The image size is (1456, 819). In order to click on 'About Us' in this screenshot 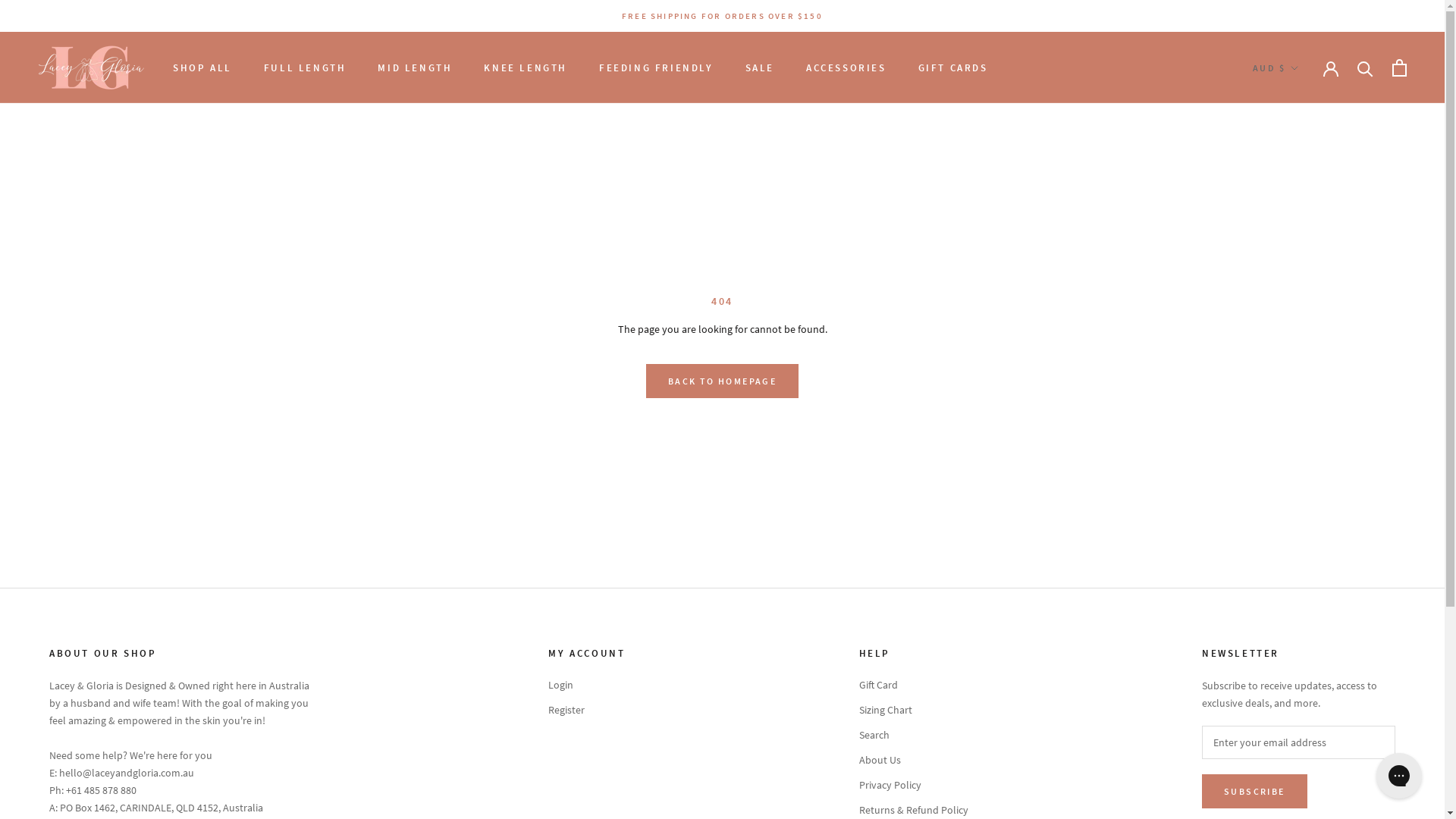, I will do `click(858, 760)`.